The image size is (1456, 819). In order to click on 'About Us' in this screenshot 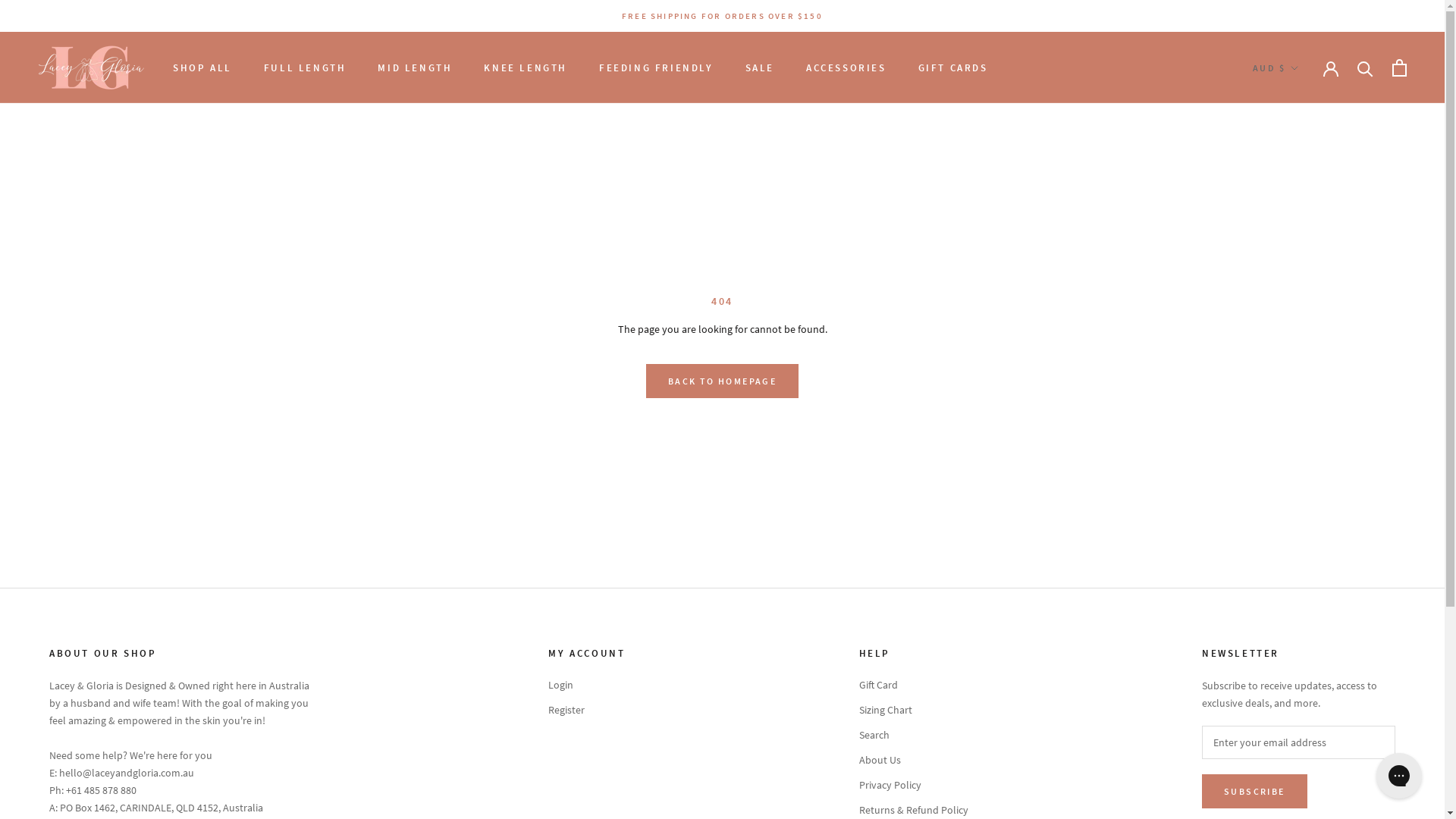, I will do `click(858, 760)`.